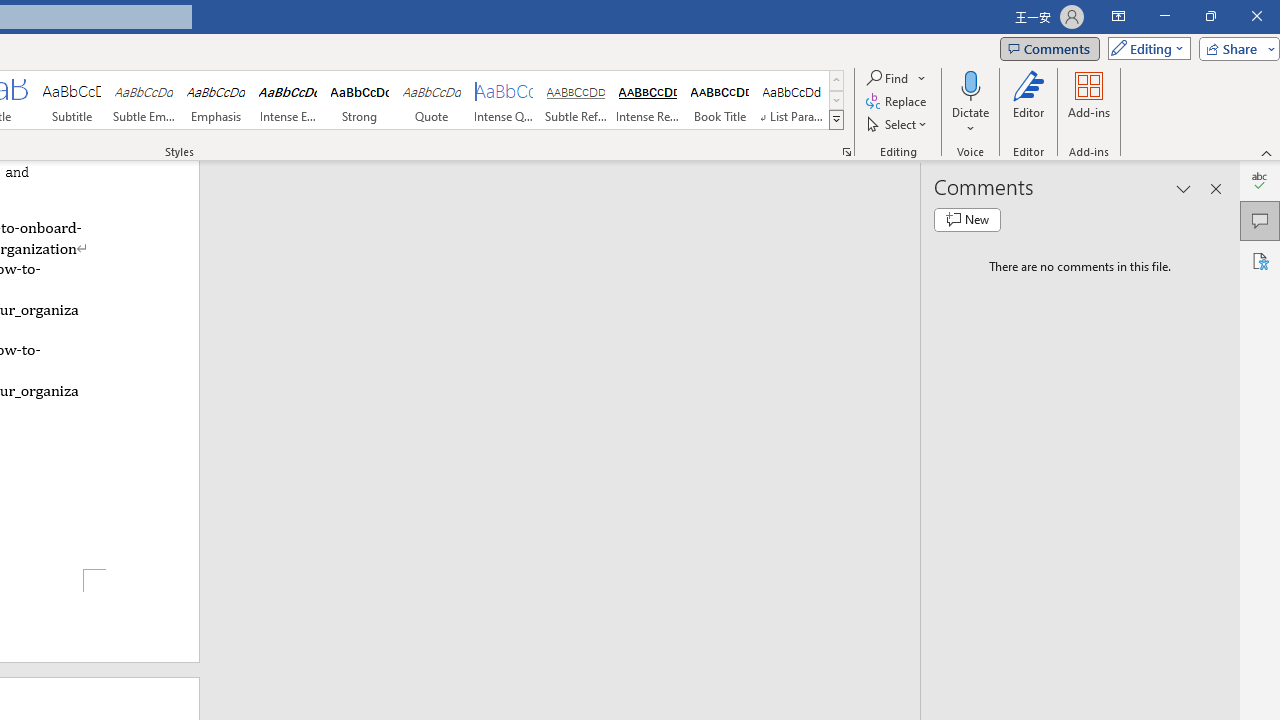  I want to click on 'Intense Emphasis', so click(287, 100).